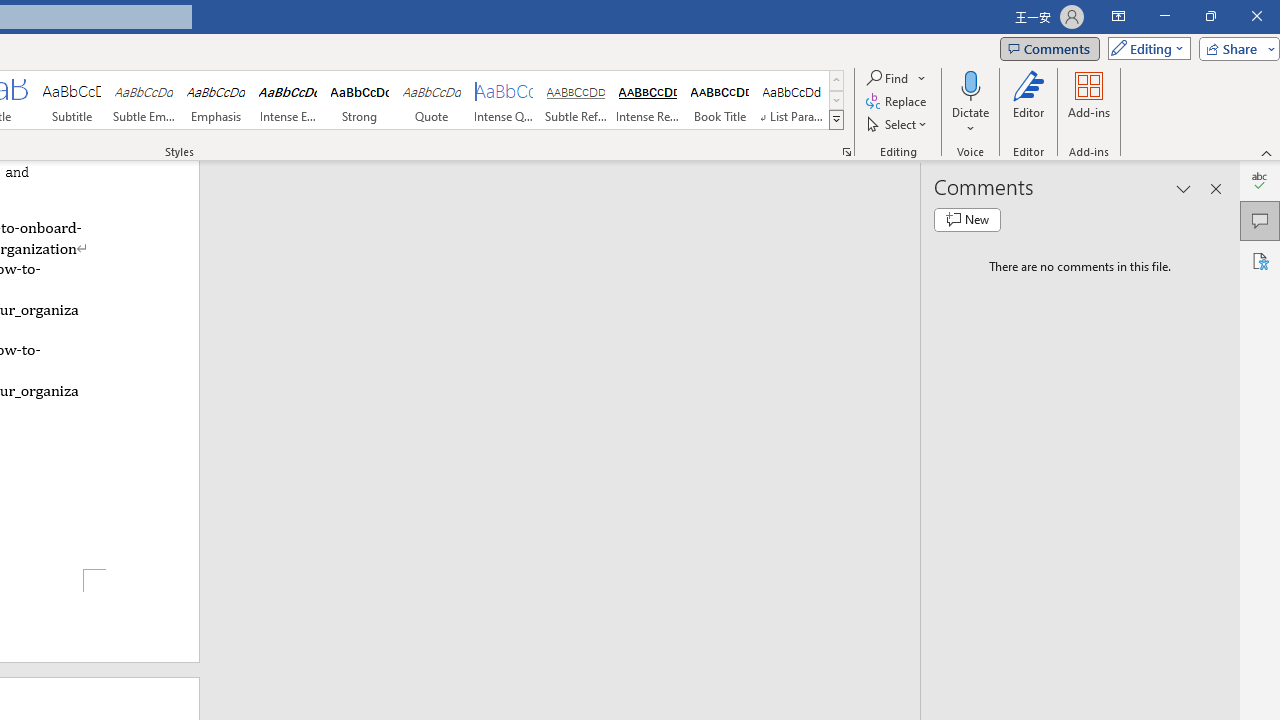  I want to click on 'Intense Emphasis', so click(287, 100).